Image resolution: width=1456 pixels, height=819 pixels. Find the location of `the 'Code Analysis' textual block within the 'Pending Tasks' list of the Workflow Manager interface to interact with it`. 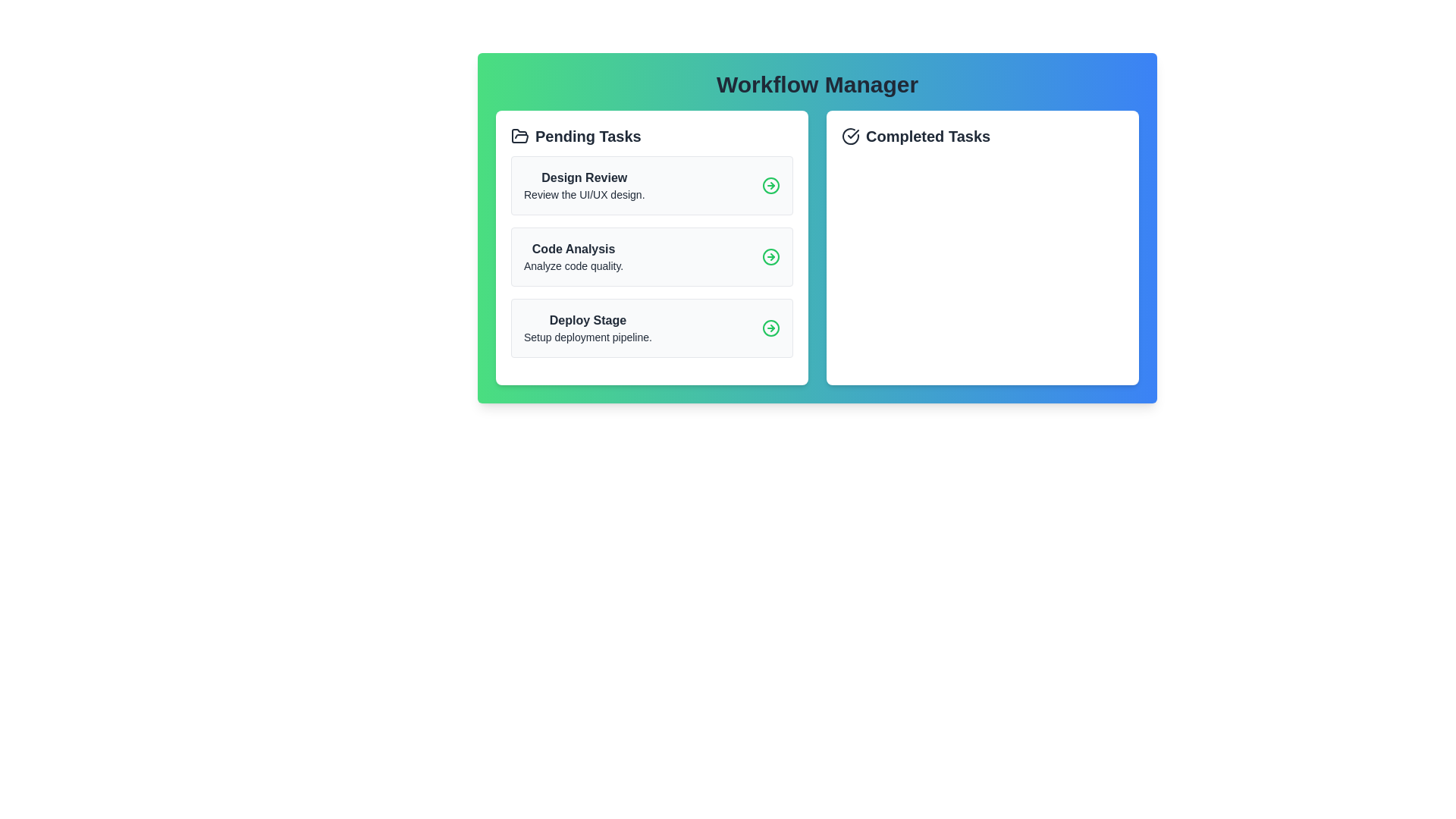

the 'Code Analysis' textual block within the 'Pending Tasks' list of the Workflow Manager interface to interact with it is located at coordinates (573, 256).